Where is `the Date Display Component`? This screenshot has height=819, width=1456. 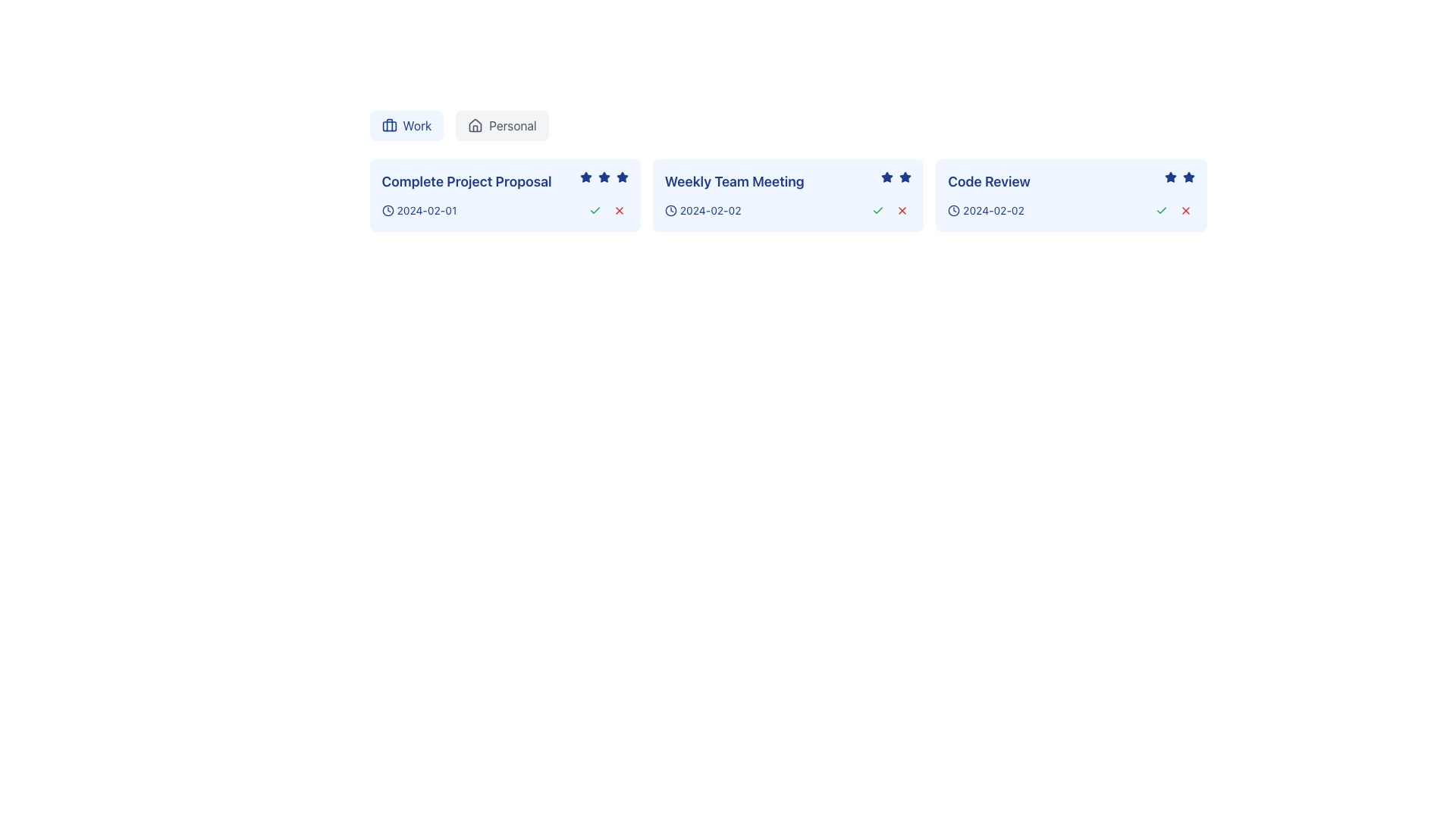 the Date Display Component is located at coordinates (419, 210).